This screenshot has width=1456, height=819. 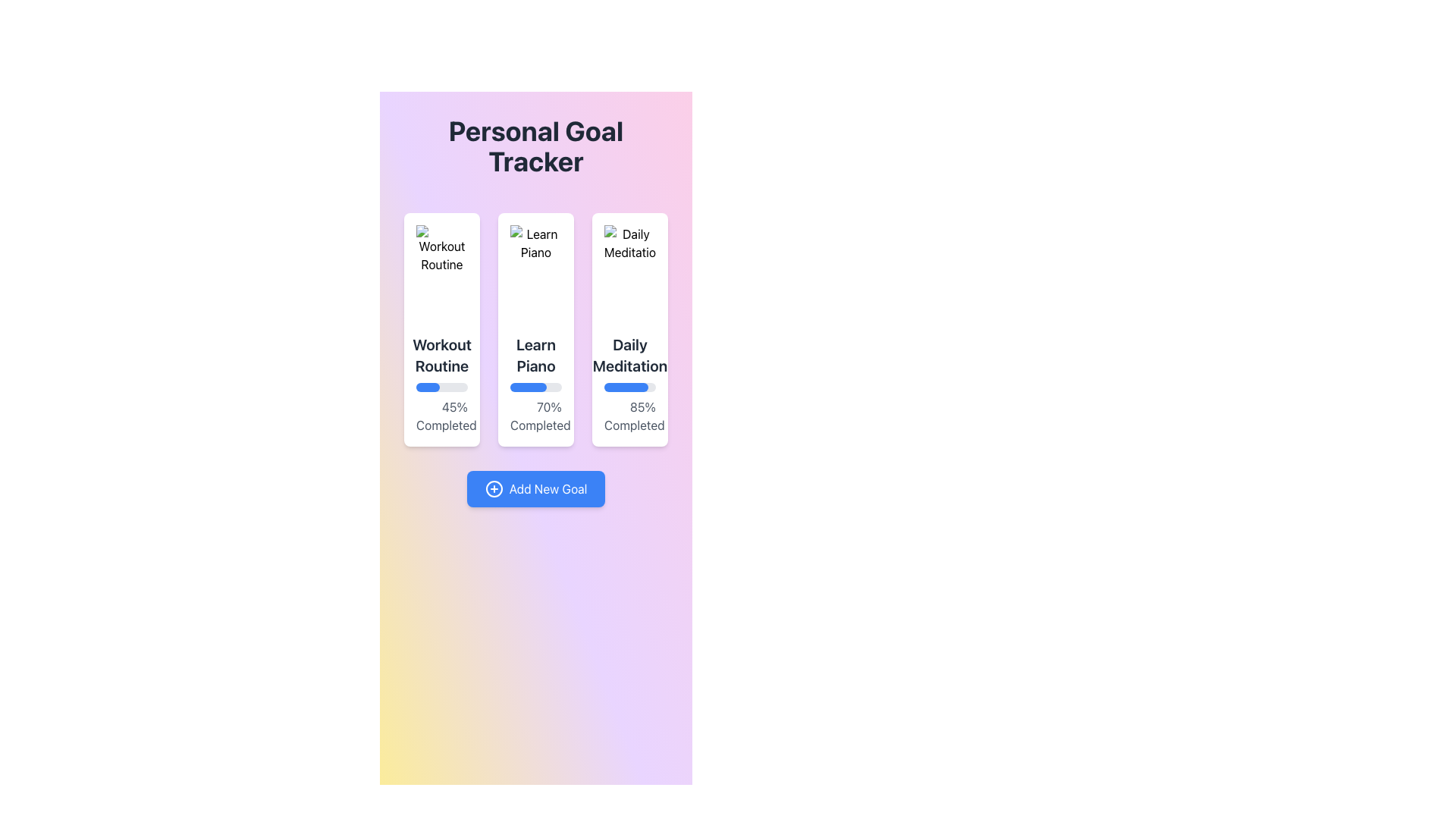 I want to click on the progress bar located in the 'Daily Meditation' section, positioned directly below the 'Daily Meditation' text and above the '85% Completed' label, so click(x=629, y=386).